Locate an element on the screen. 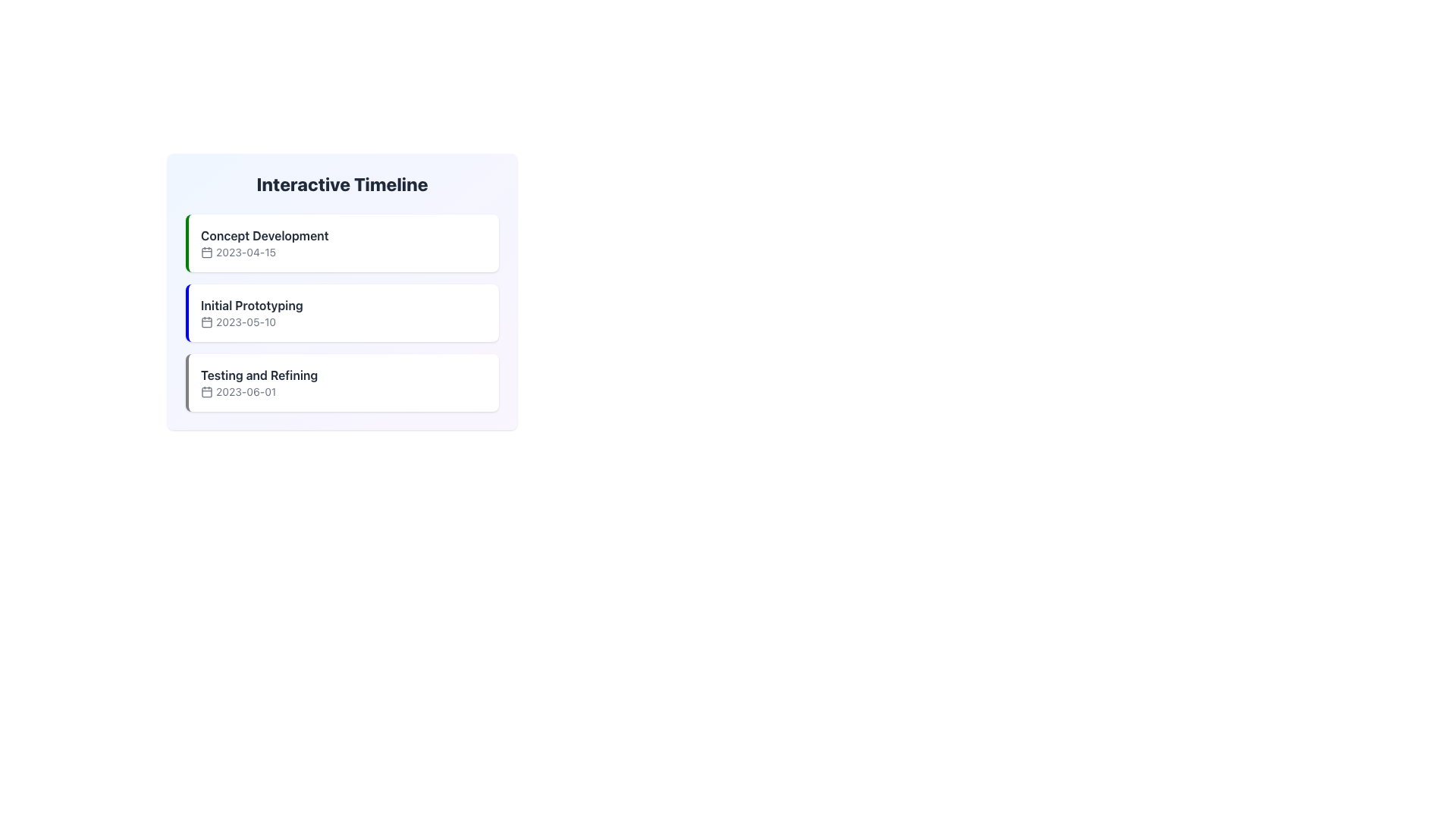 This screenshot has width=1456, height=819. the calendar icon representing the date '2023-04-15' in the 'Concept Development' section of the timeline is located at coordinates (206, 251).